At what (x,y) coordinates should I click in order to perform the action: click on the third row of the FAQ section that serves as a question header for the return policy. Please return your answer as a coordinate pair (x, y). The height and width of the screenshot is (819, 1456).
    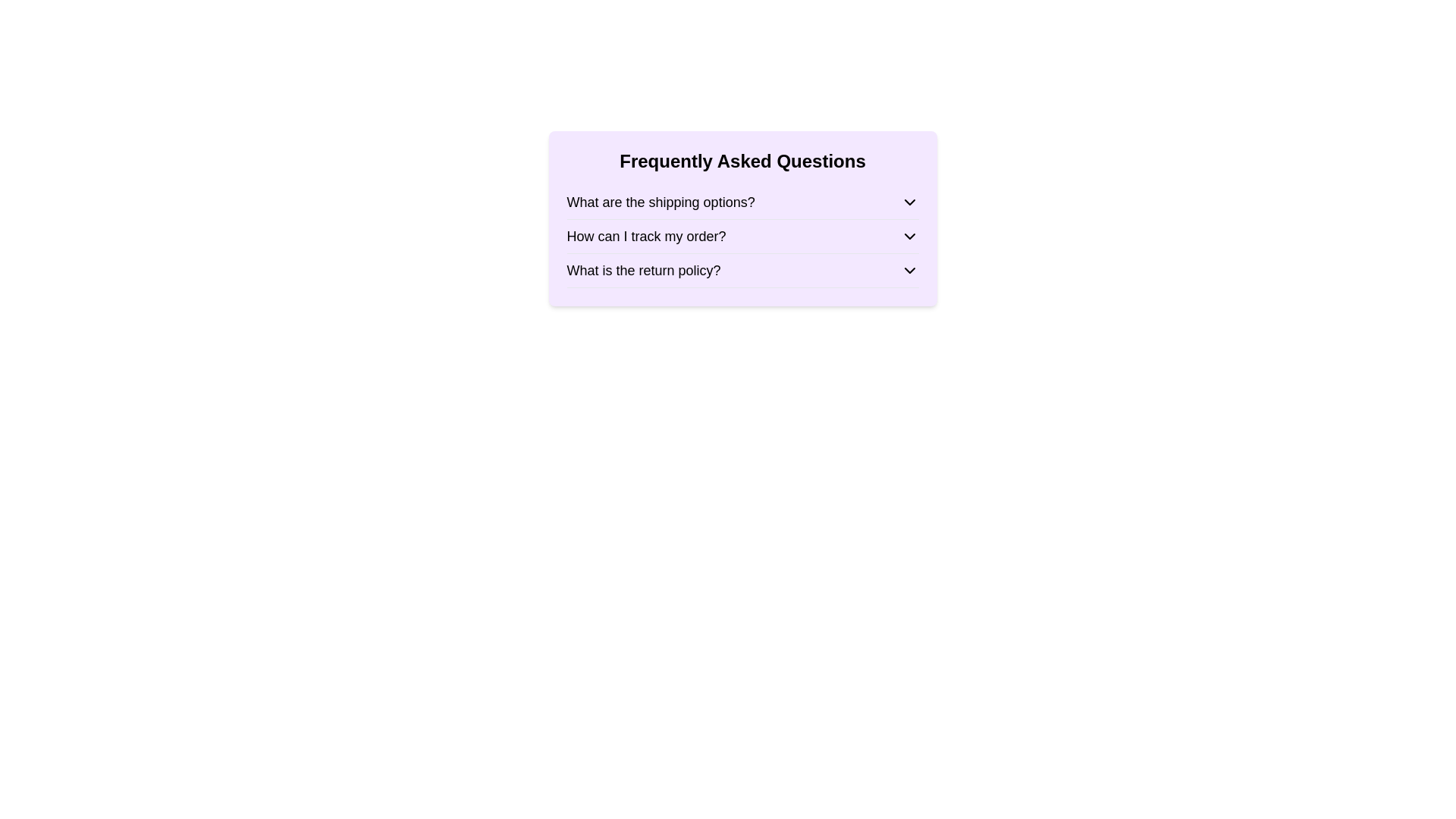
    Looking at the image, I should click on (644, 270).